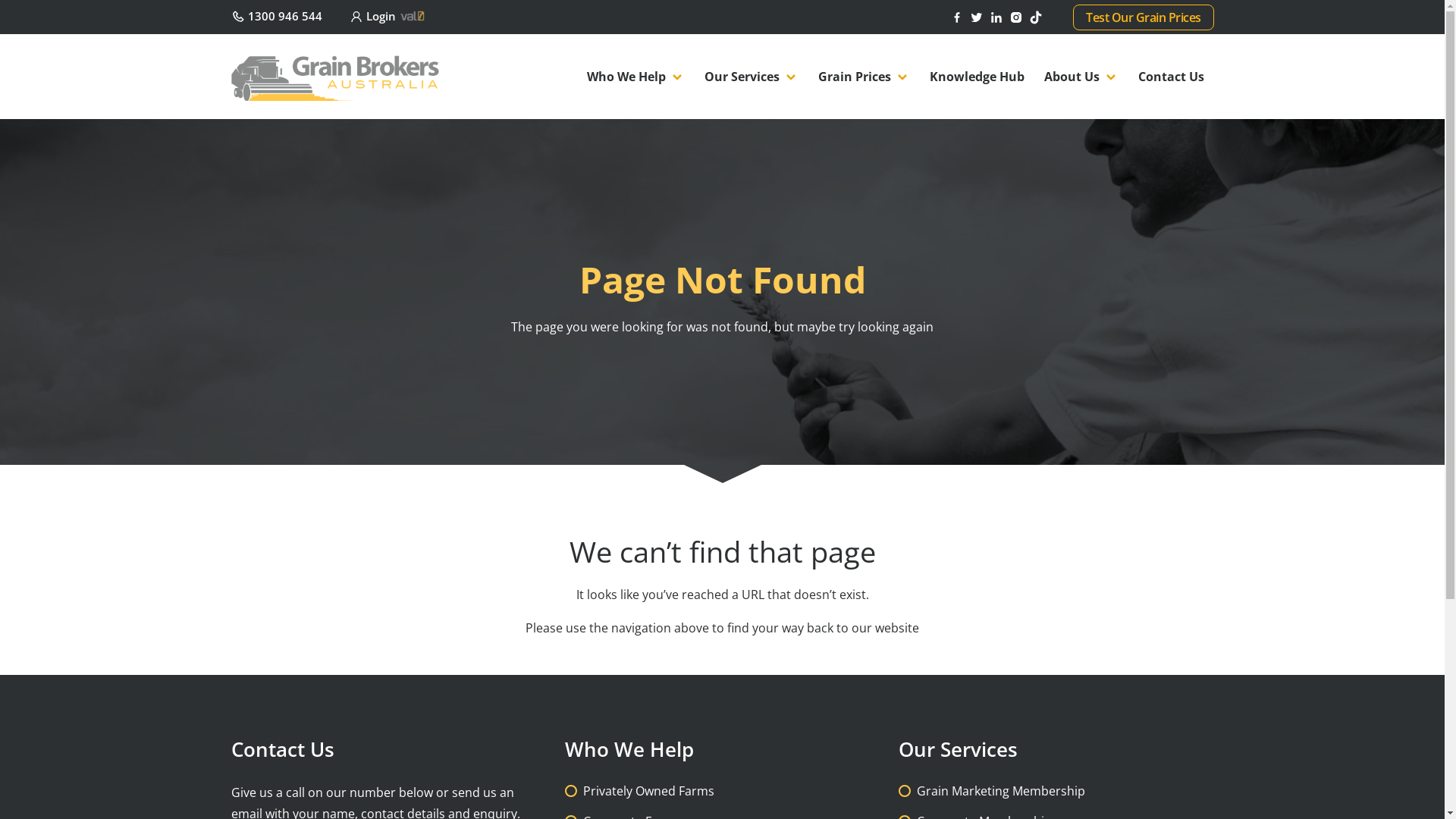  What do you see at coordinates (334, 75) in the screenshot?
I see `'Grain Brokers Australia'` at bounding box center [334, 75].